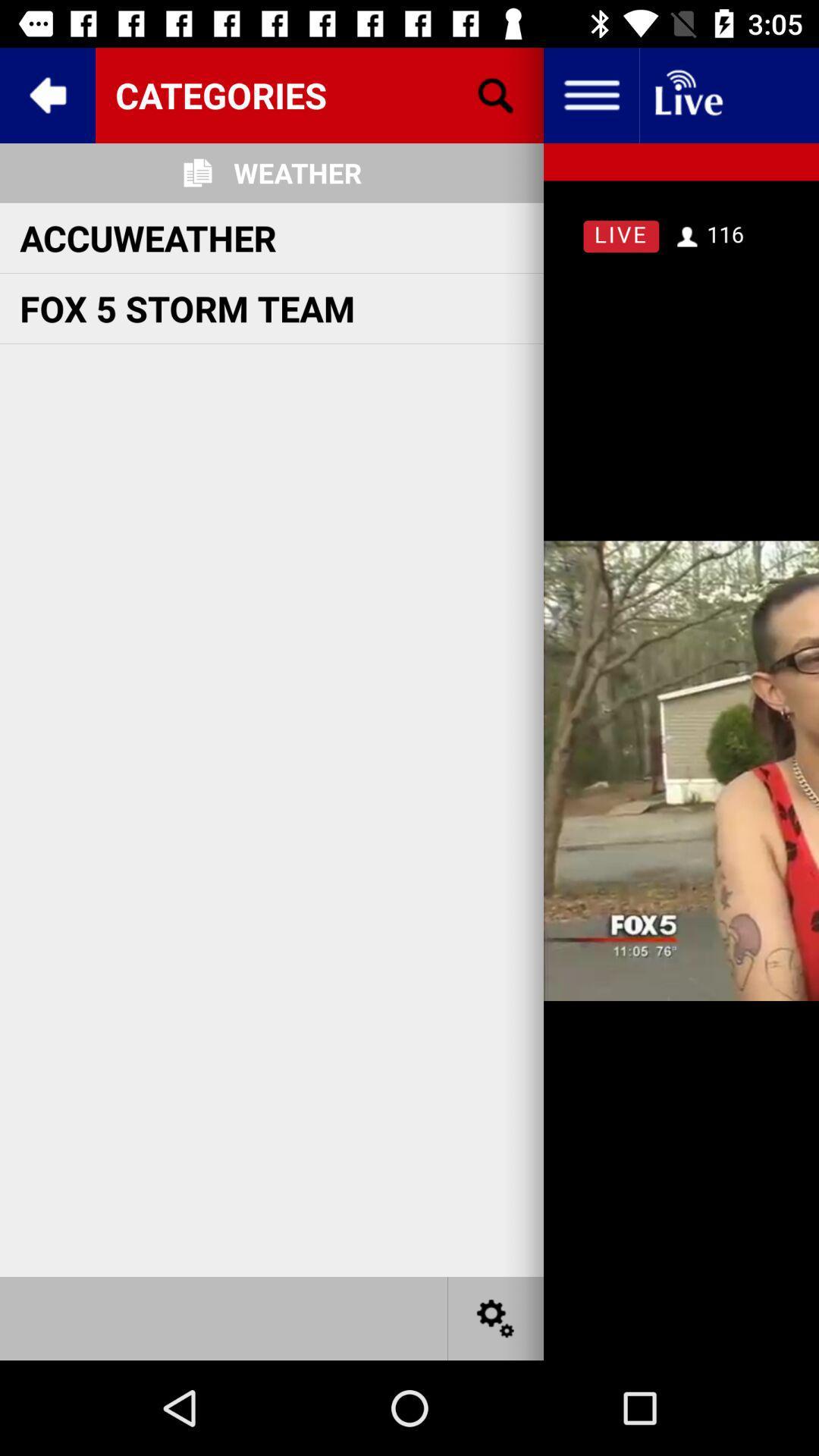 This screenshot has height=1456, width=819. Describe the element at coordinates (496, 94) in the screenshot. I see `the search icon` at that location.